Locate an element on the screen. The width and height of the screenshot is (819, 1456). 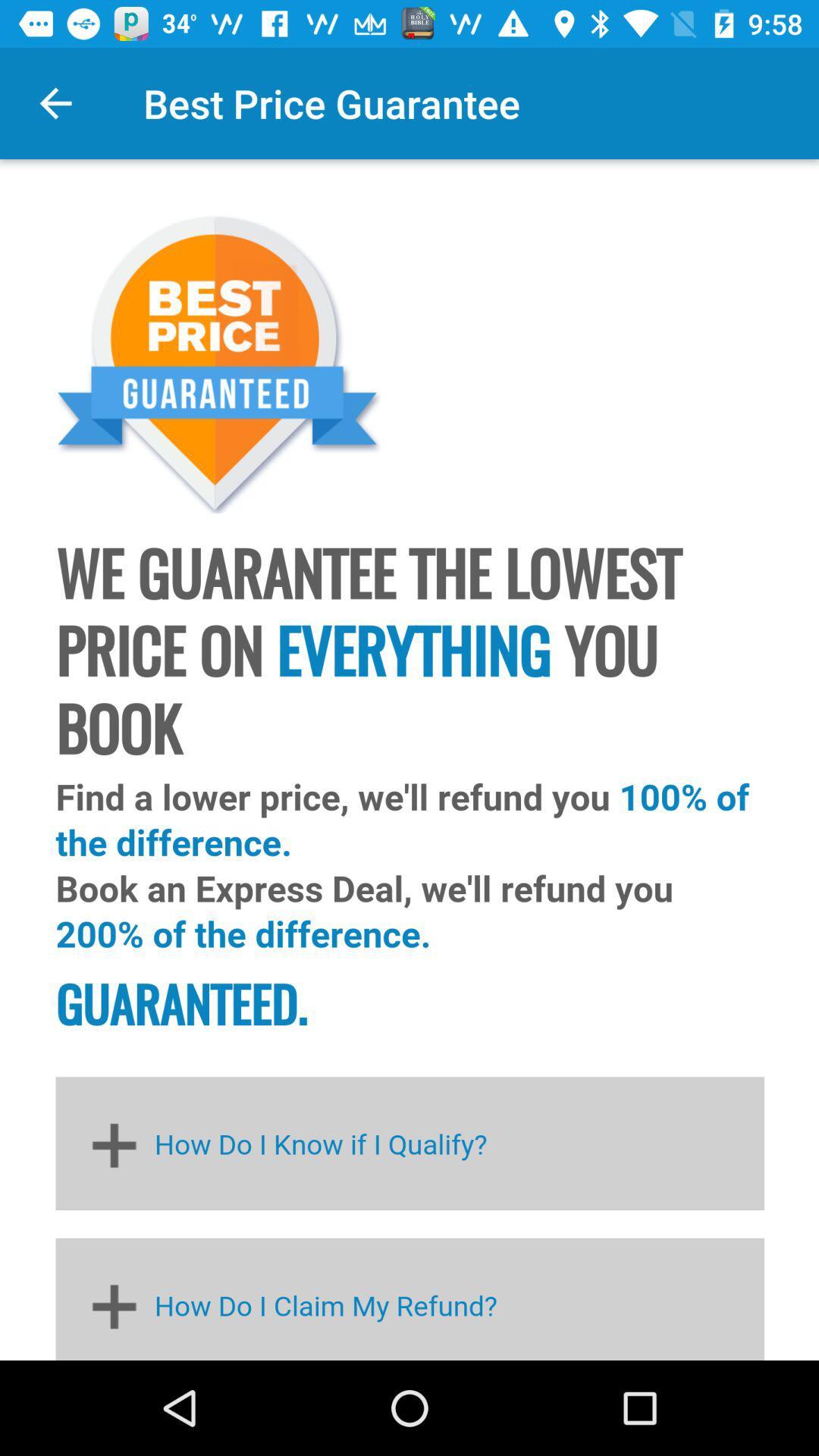
make advertisement is located at coordinates (409, 760).